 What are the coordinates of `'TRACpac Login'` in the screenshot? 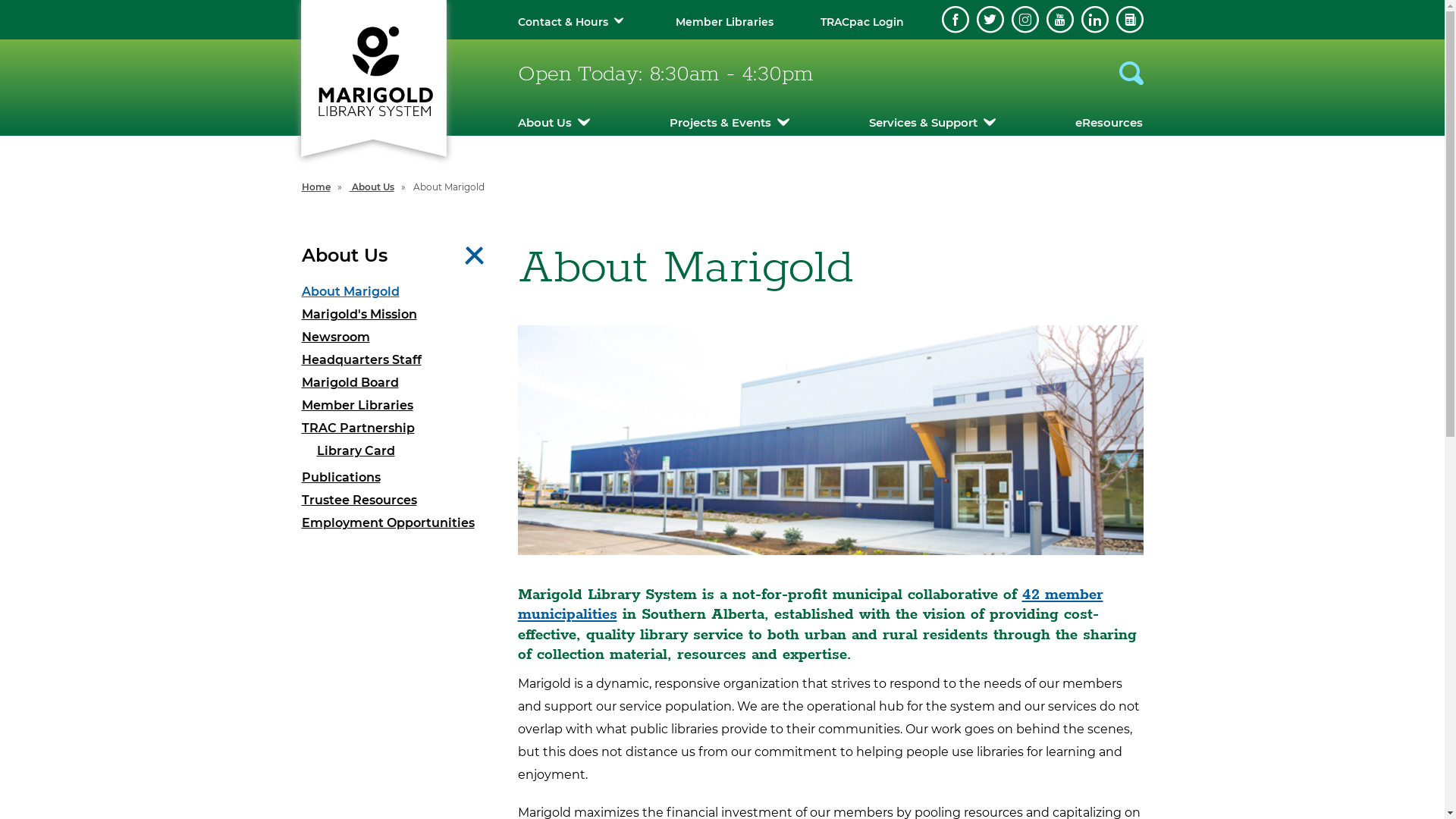 It's located at (862, 22).